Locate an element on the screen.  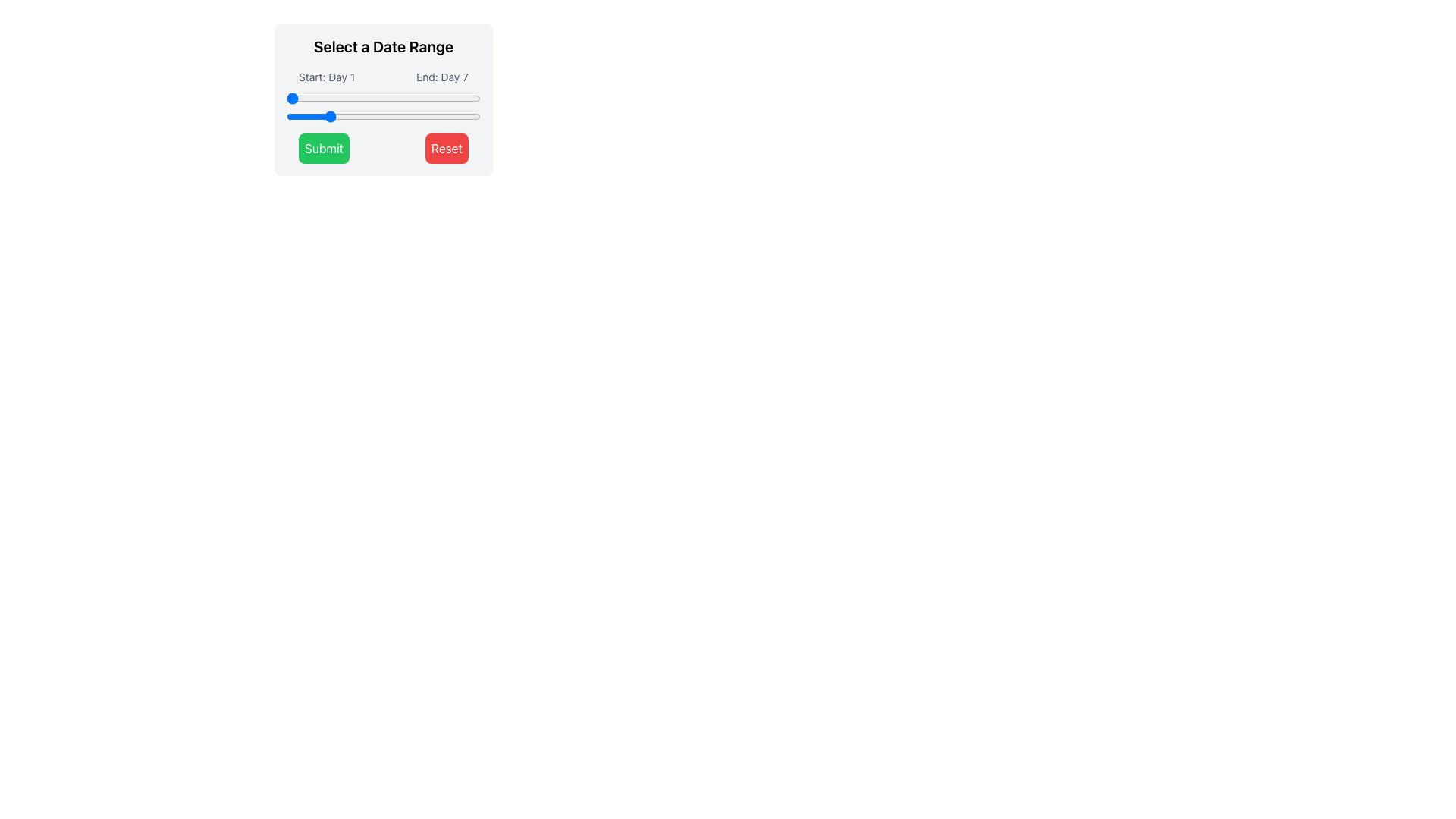
the slider is located at coordinates (420, 116).